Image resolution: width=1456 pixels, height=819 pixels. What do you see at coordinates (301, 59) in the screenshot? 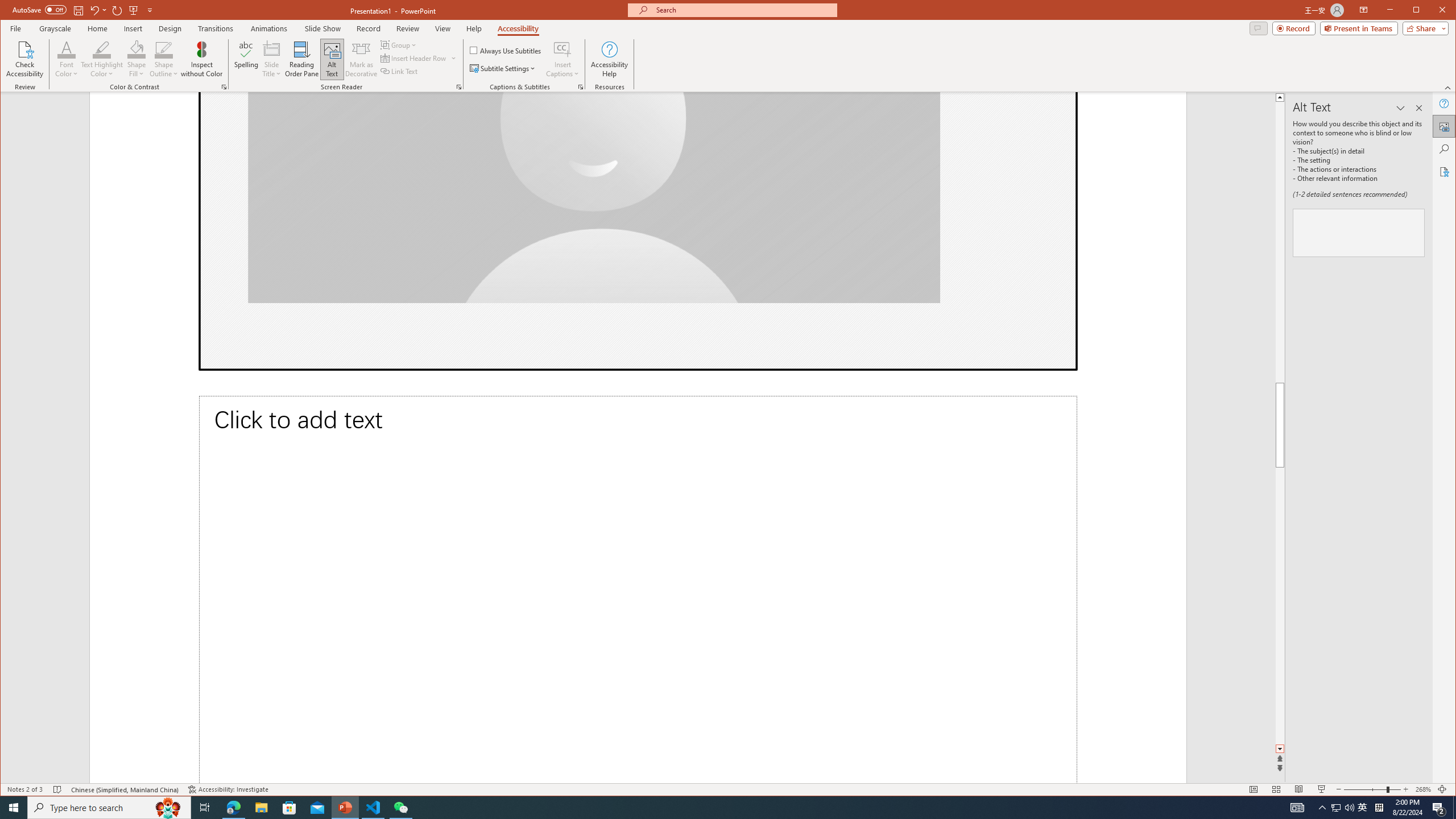
I see `'Reading Order Pane'` at bounding box center [301, 59].